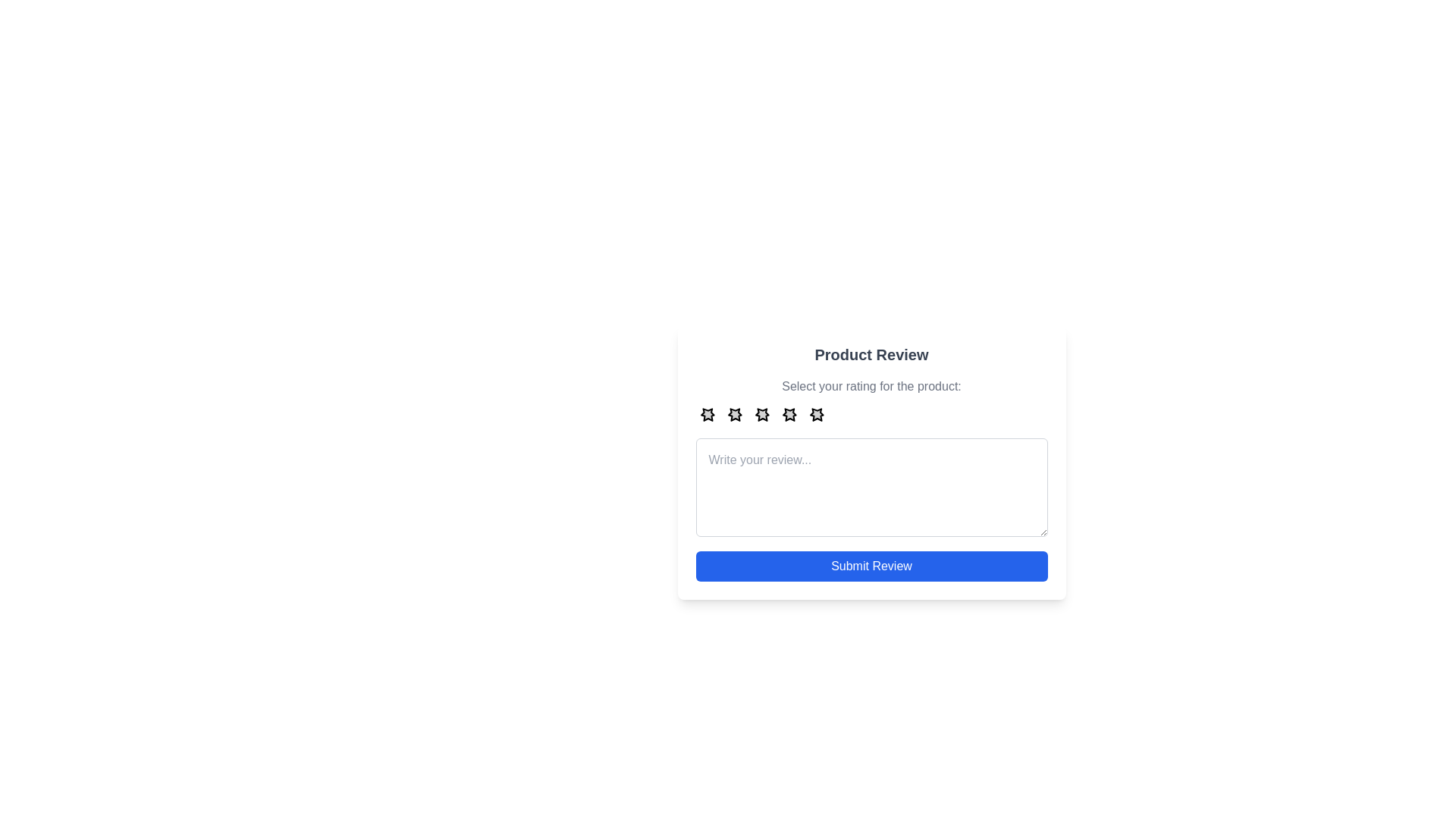 Image resolution: width=1456 pixels, height=819 pixels. Describe the element at coordinates (789, 414) in the screenshot. I see `the star representing 4 stars to preview the rating` at that location.